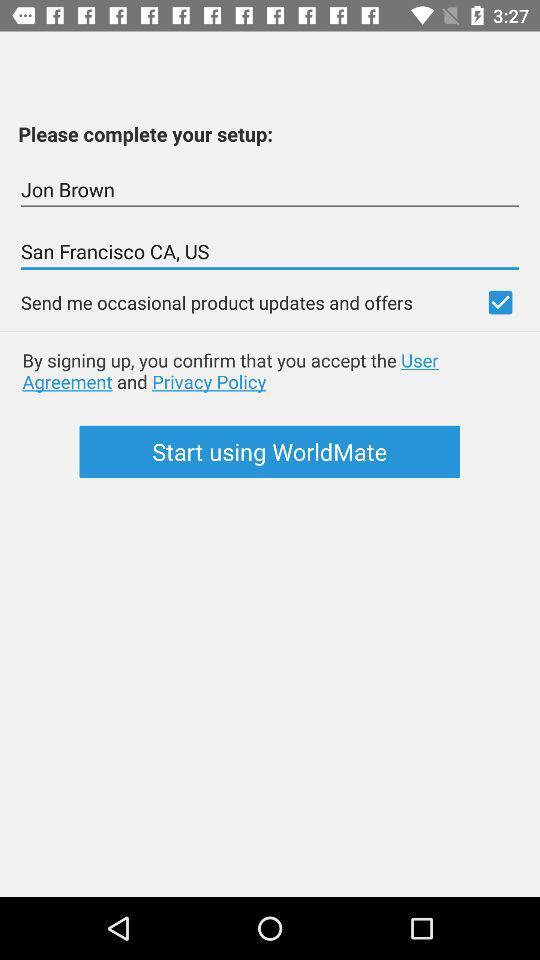 The image size is (540, 960). What do you see at coordinates (499, 302) in the screenshot?
I see `send me product updates or offers on/off` at bounding box center [499, 302].